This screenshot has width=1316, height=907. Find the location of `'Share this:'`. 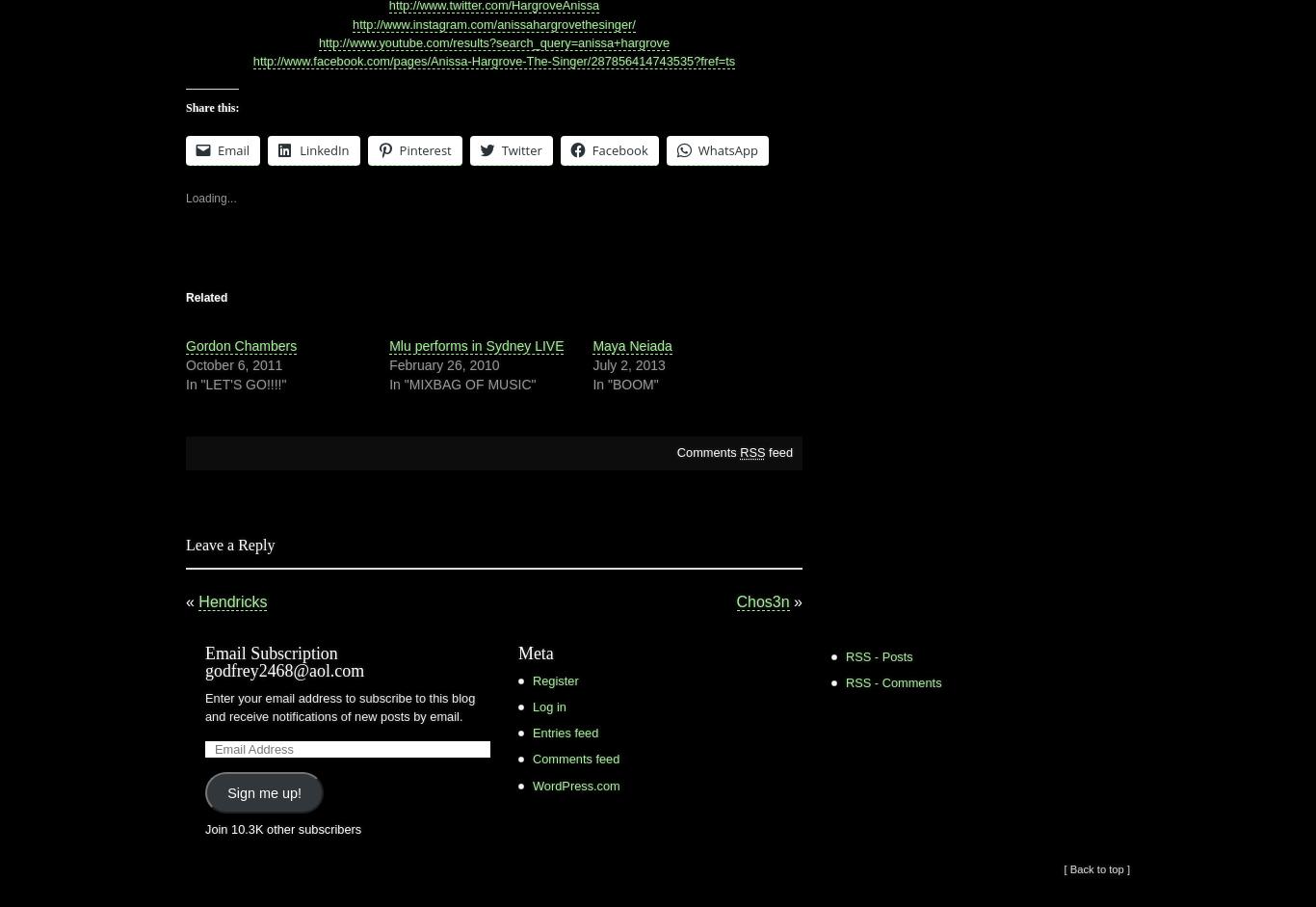

'Share this:' is located at coordinates (185, 107).